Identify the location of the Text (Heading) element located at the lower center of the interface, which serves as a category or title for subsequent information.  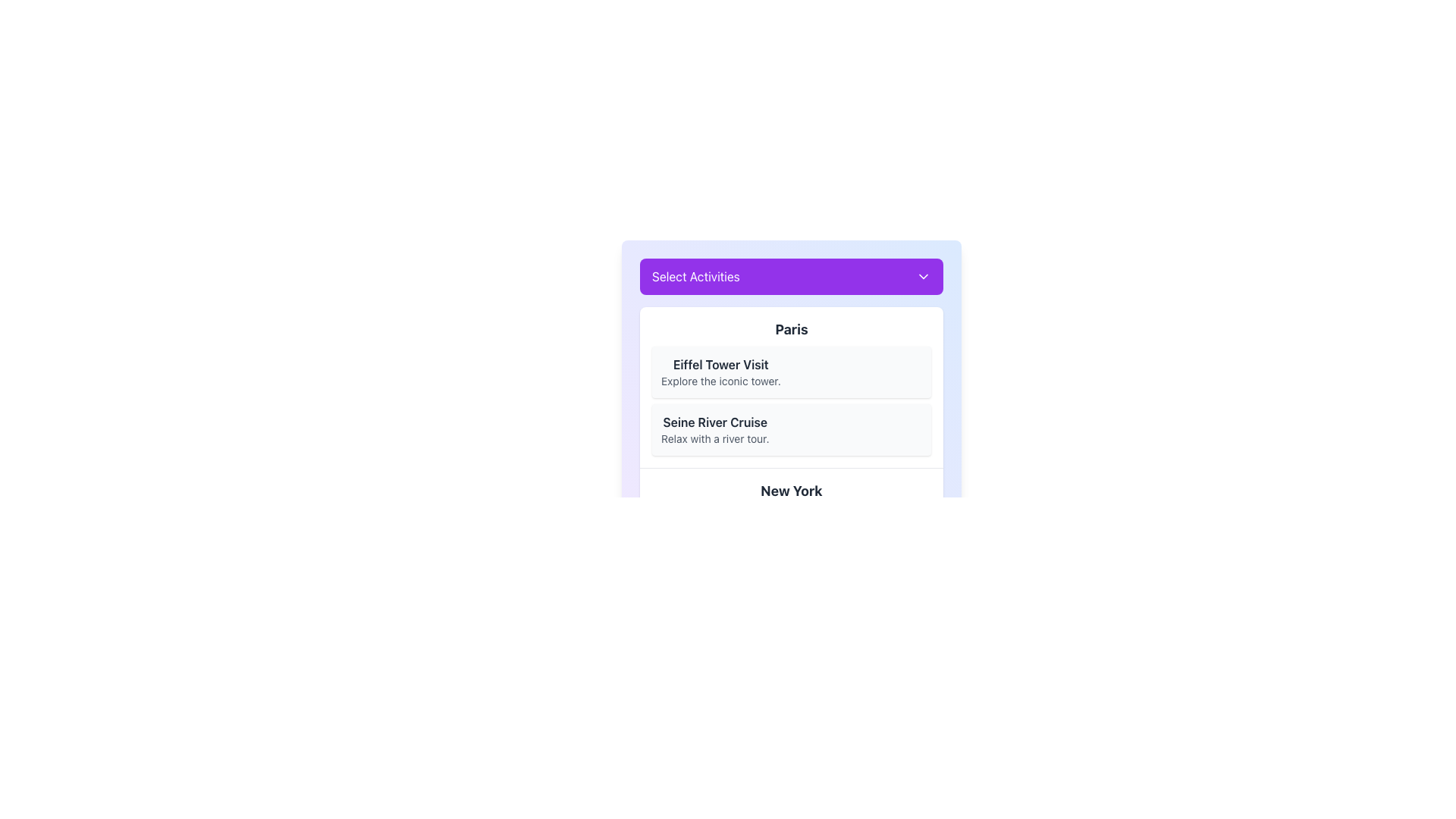
(790, 491).